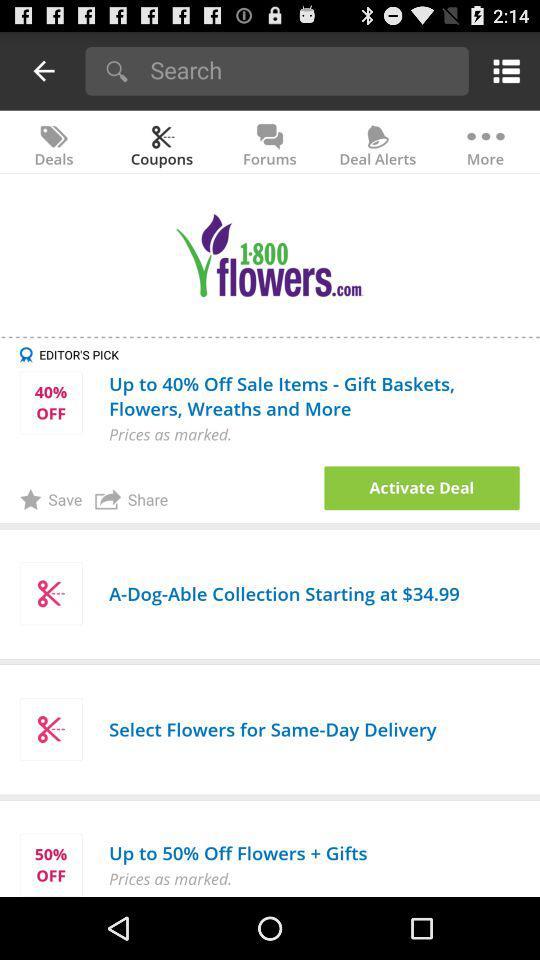 The image size is (540, 960). What do you see at coordinates (44, 70) in the screenshot?
I see `go back` at bounding box center [44, 70].